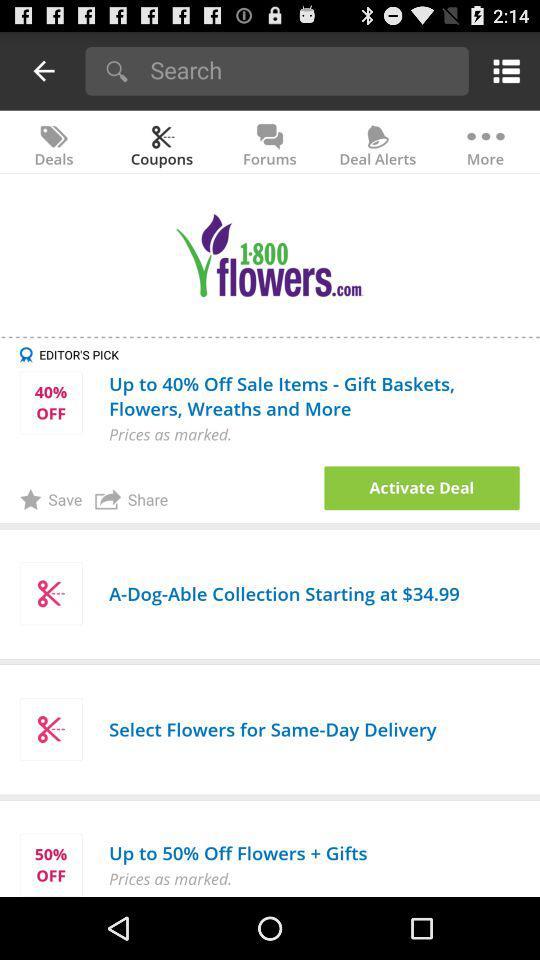 The image size is (540, 960). What do you see at coordinates (44, 70) in the screenshot?
I see `go back` at bounding box center [44, 70].